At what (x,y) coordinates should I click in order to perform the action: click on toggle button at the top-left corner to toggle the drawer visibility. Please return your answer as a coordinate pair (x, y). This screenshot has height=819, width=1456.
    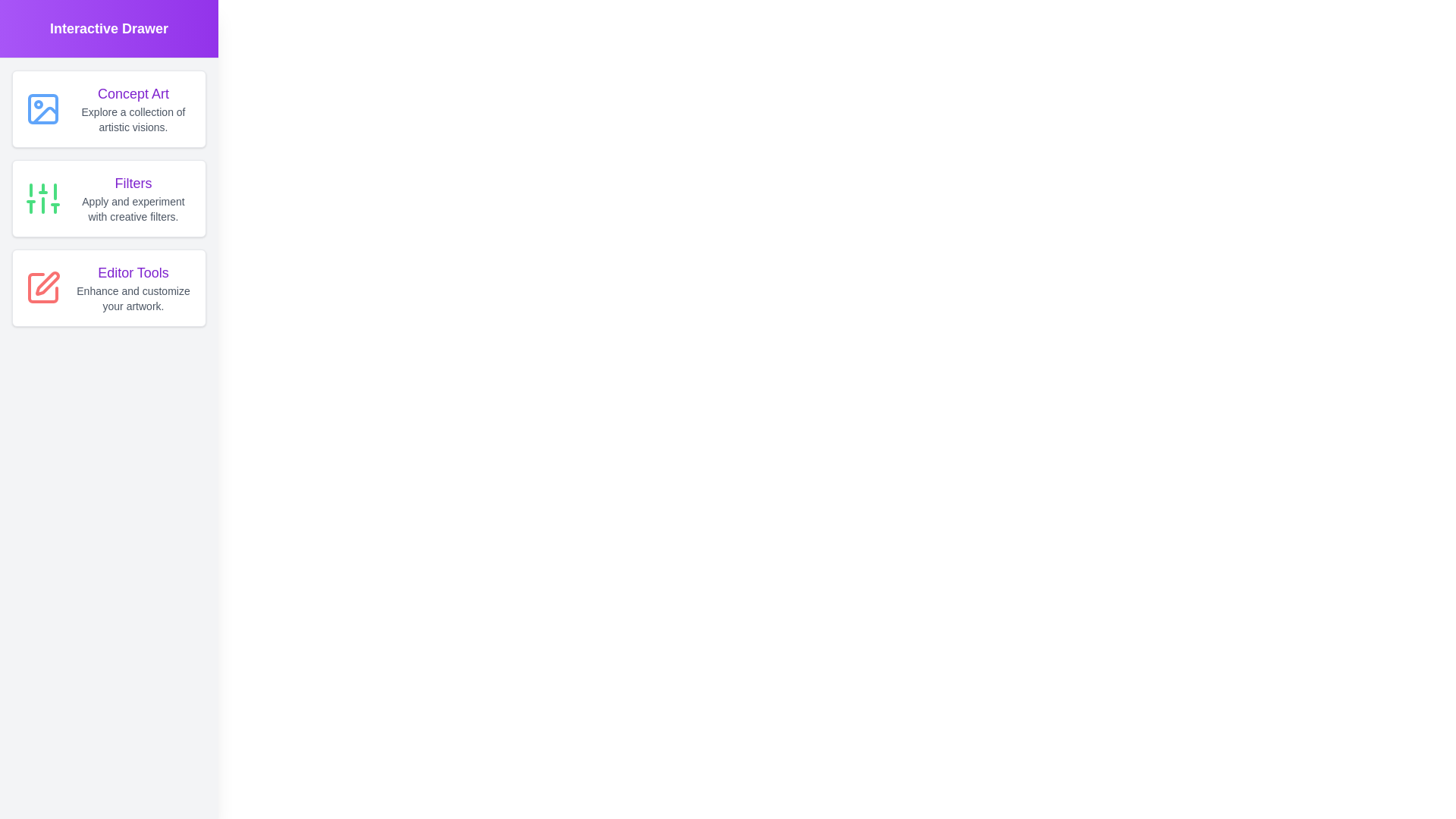
    Looking at the image, I should click on (27, 27).